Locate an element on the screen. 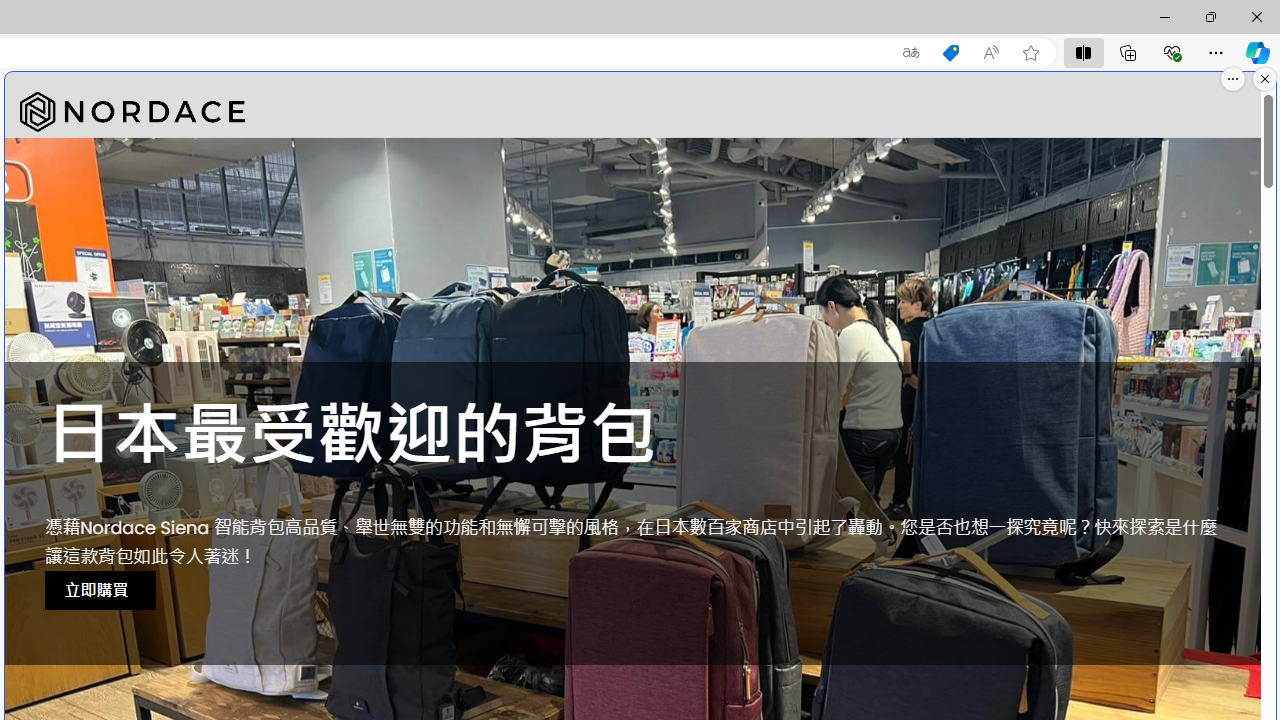  'Restore' is located at coordinates (1209, 16).